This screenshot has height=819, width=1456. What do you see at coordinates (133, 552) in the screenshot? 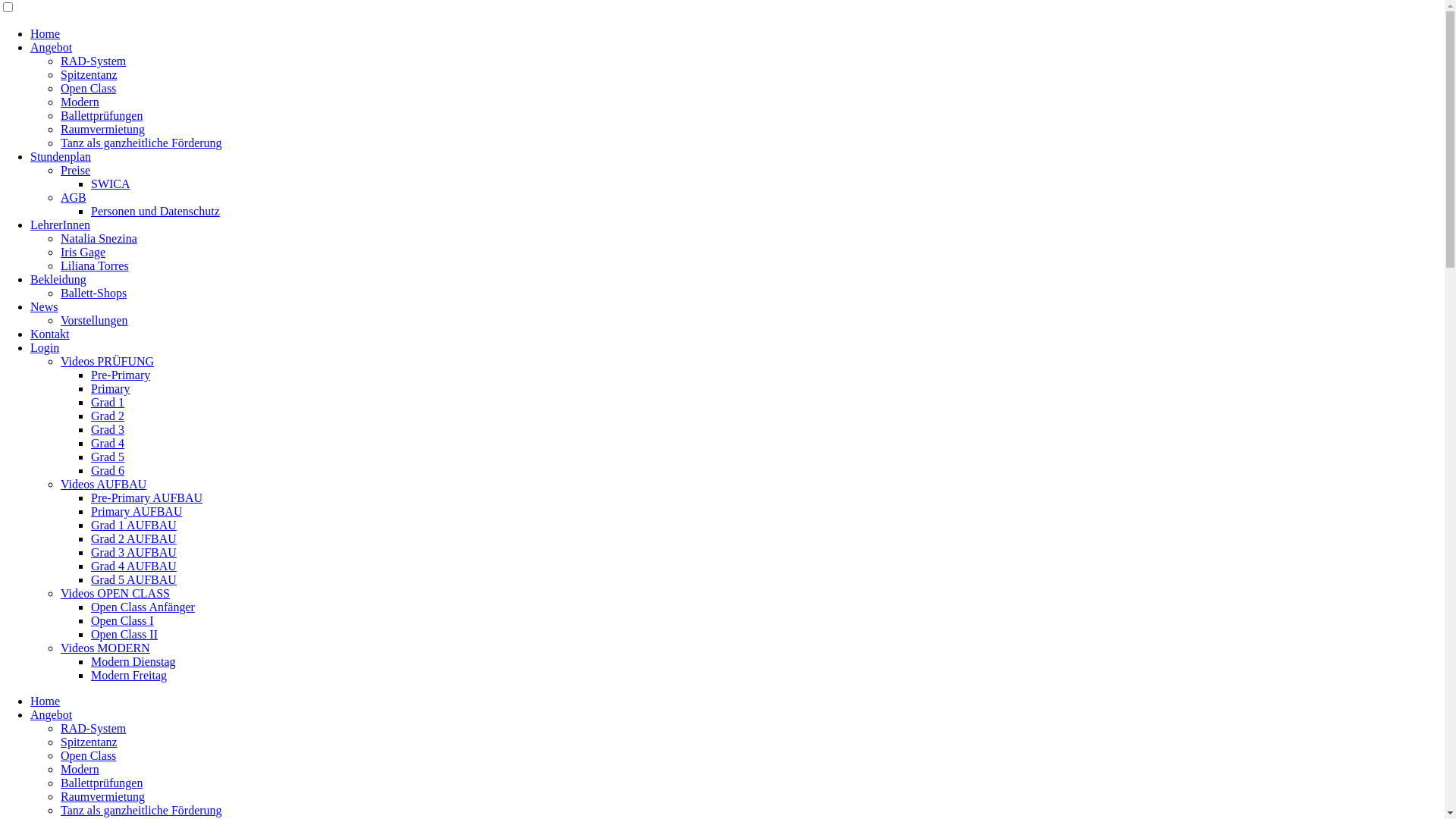
I see `'Grad 3 AUFBAU'` at bounding box center [133, 552].